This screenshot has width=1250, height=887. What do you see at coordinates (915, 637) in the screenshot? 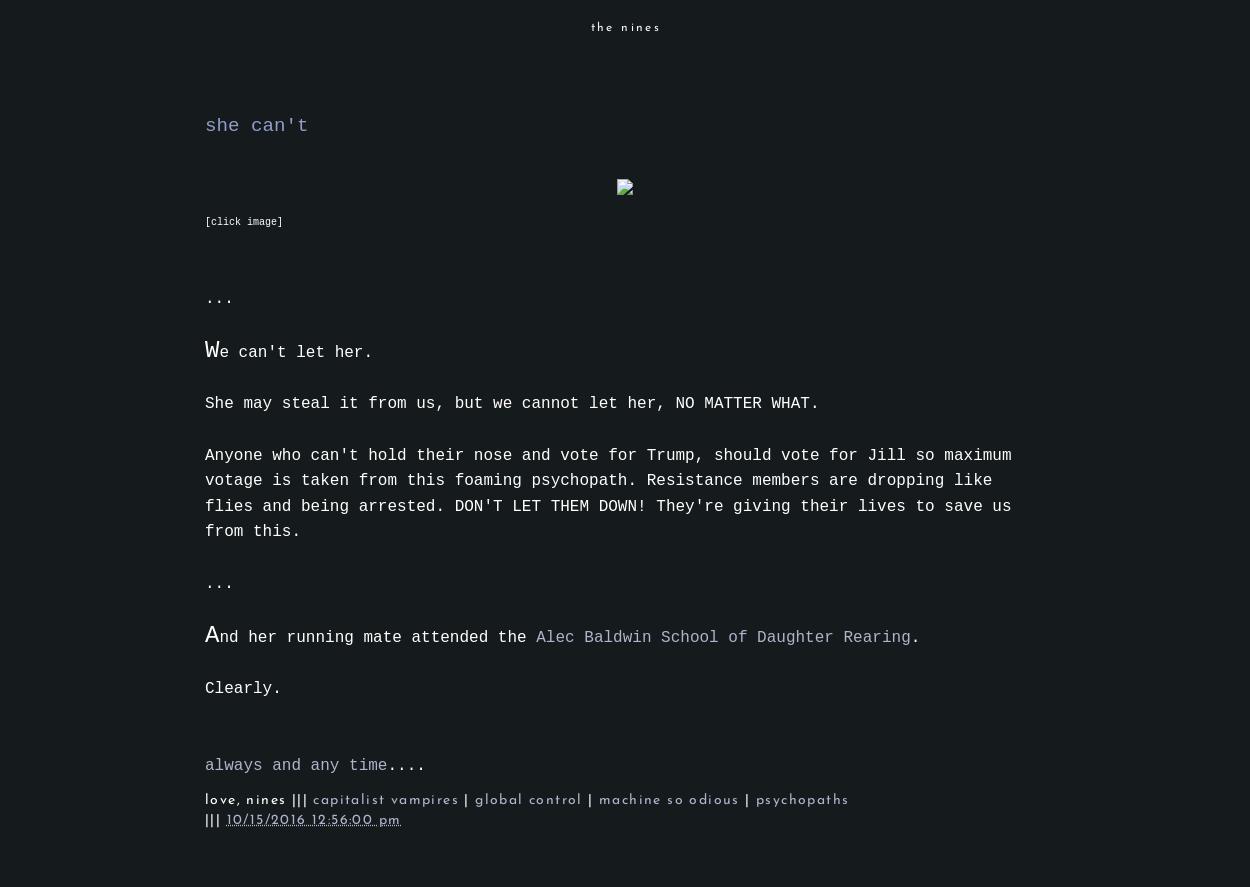
I see `'.'` at bounding box center [915, 637].